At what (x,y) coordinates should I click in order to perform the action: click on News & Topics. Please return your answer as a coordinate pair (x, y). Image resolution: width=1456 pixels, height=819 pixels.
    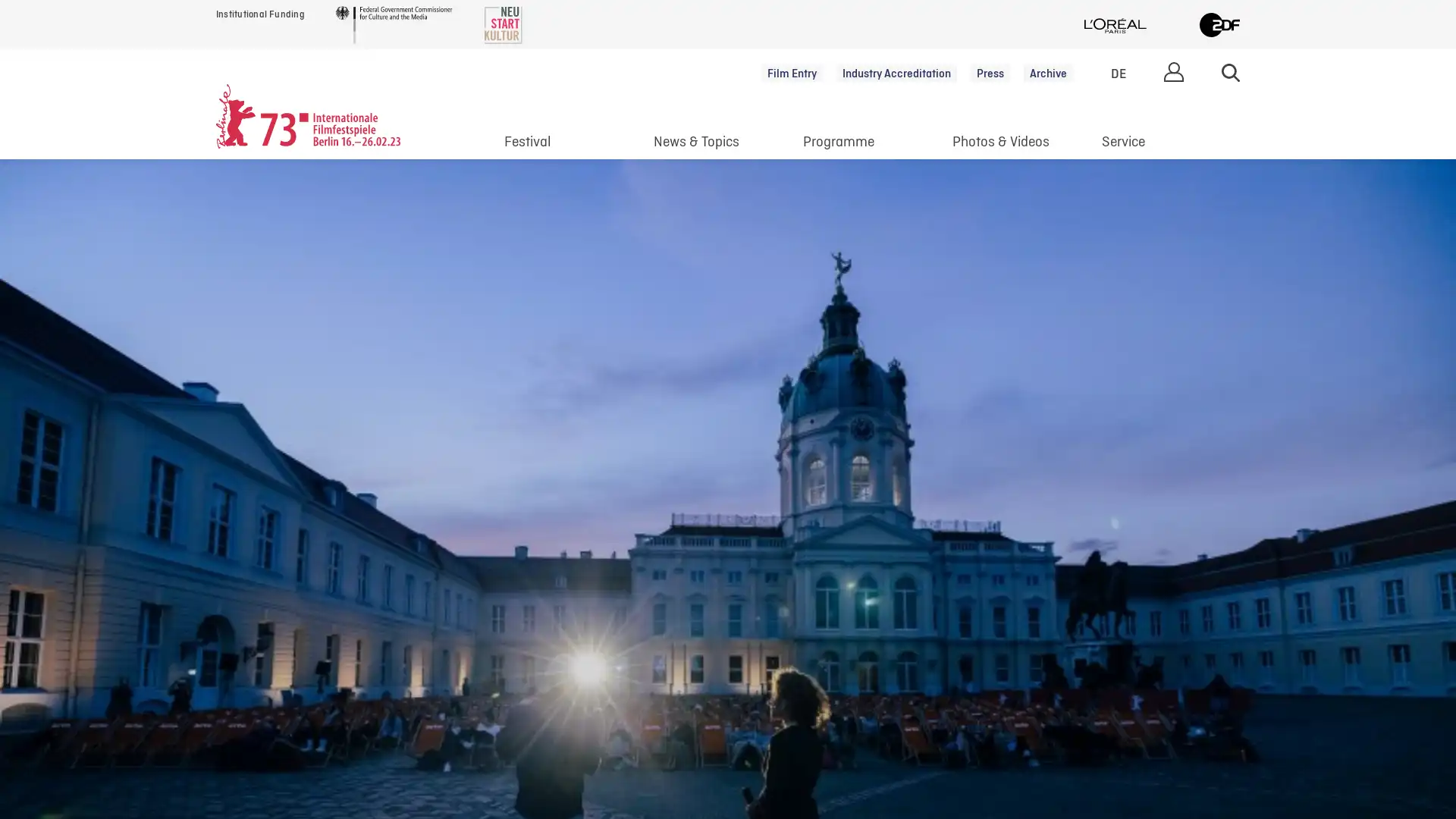
    Looking at the image, I should click on (695, 145).